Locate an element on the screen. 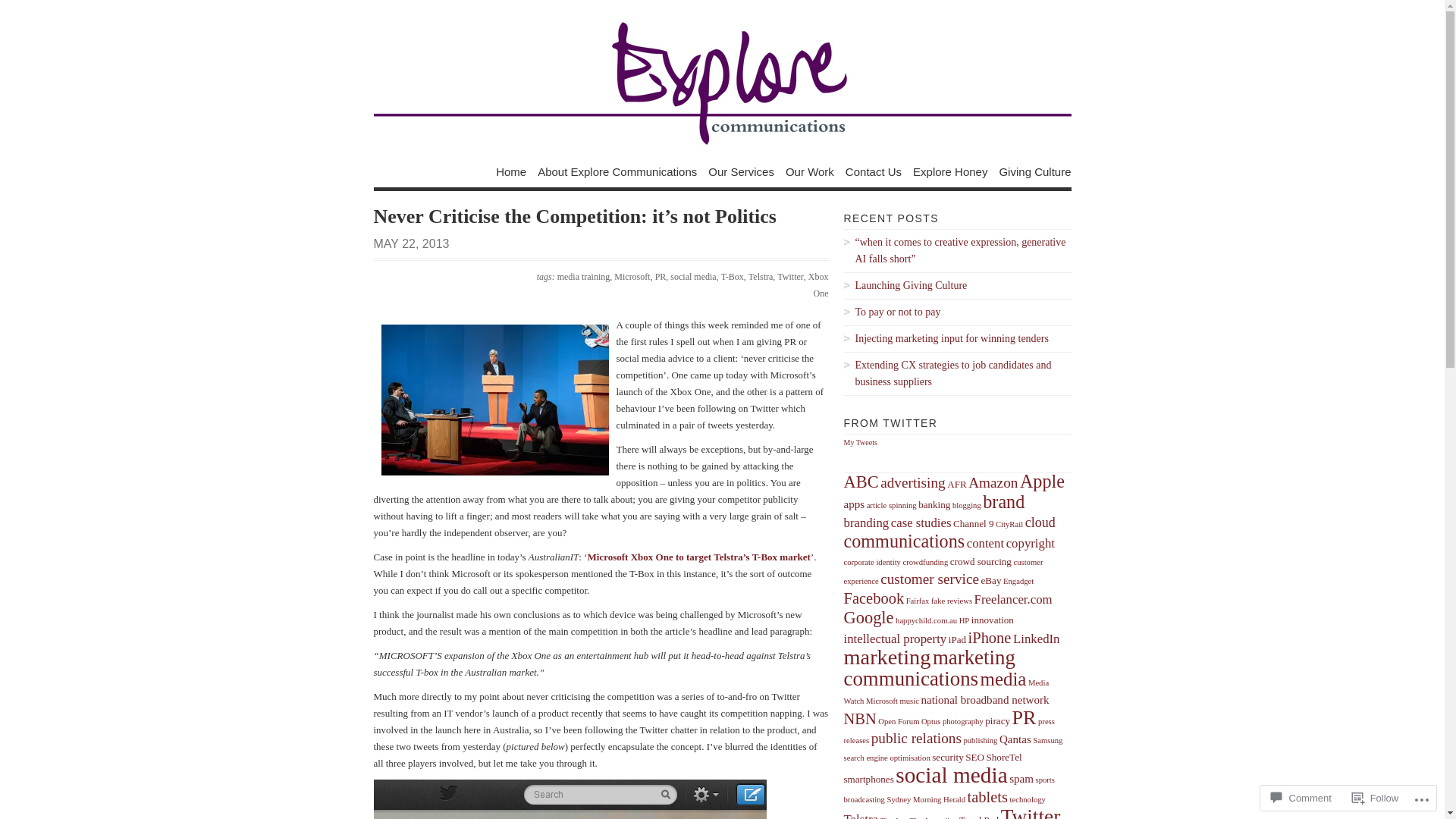 The height and width of the screenshot is (819, 1456). 'PR' is located at coordinates (661, 277).